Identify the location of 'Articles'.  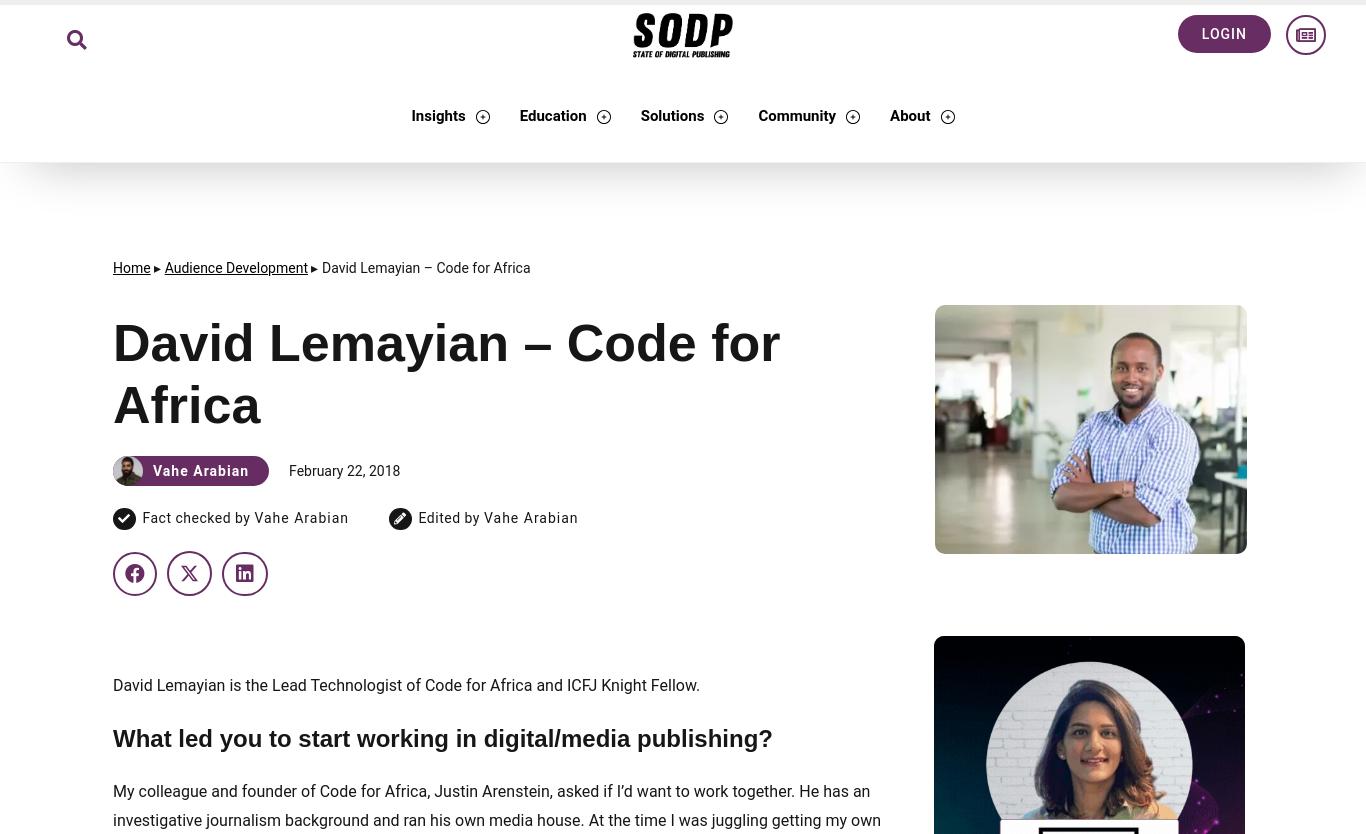
(533, 206).